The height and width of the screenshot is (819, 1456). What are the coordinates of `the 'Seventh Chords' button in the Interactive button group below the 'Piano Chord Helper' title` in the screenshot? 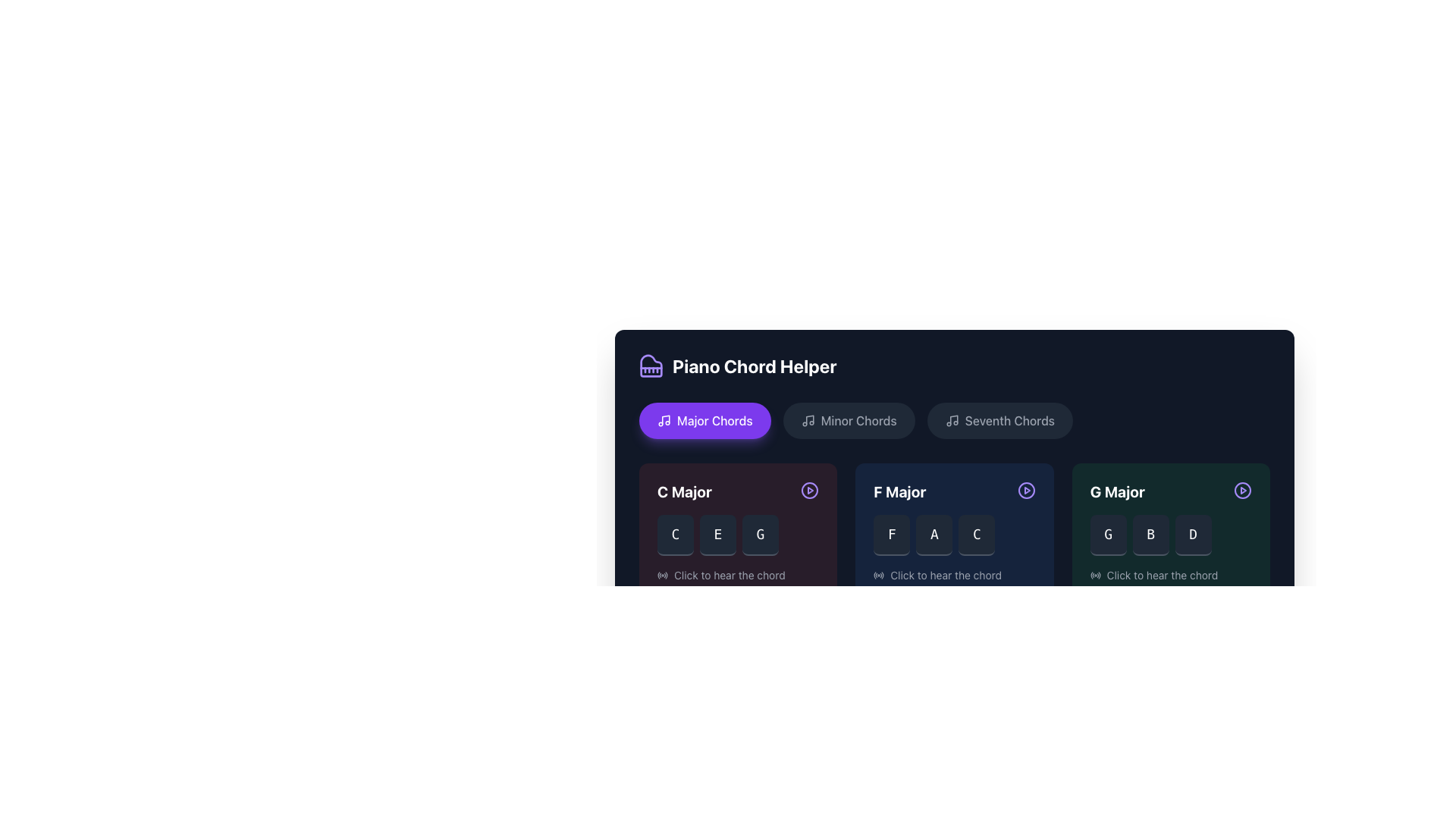 It's located at (953, 421).